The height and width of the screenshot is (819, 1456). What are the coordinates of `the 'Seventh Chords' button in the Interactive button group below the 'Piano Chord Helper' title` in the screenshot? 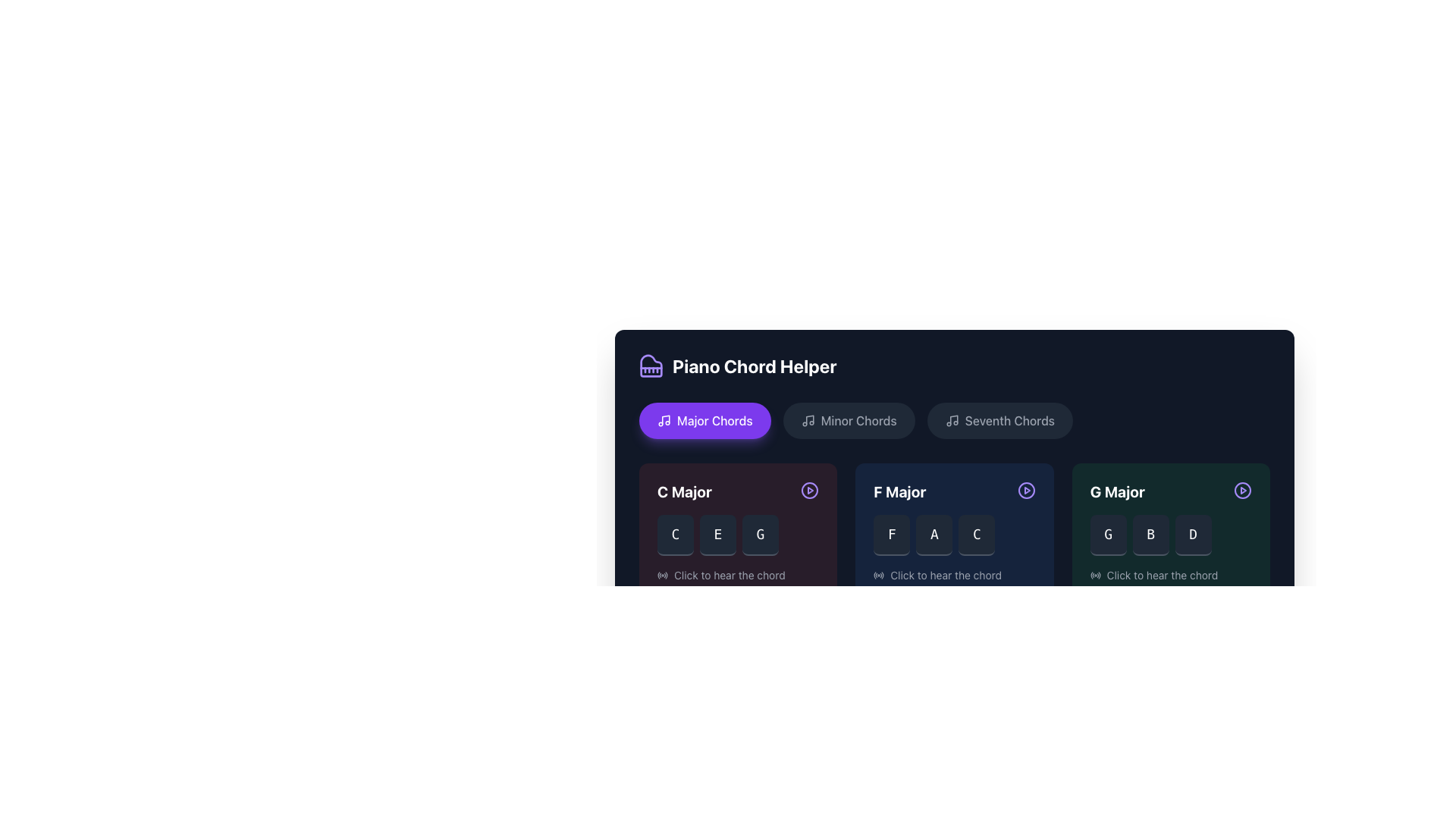 It's located at (953, 421).